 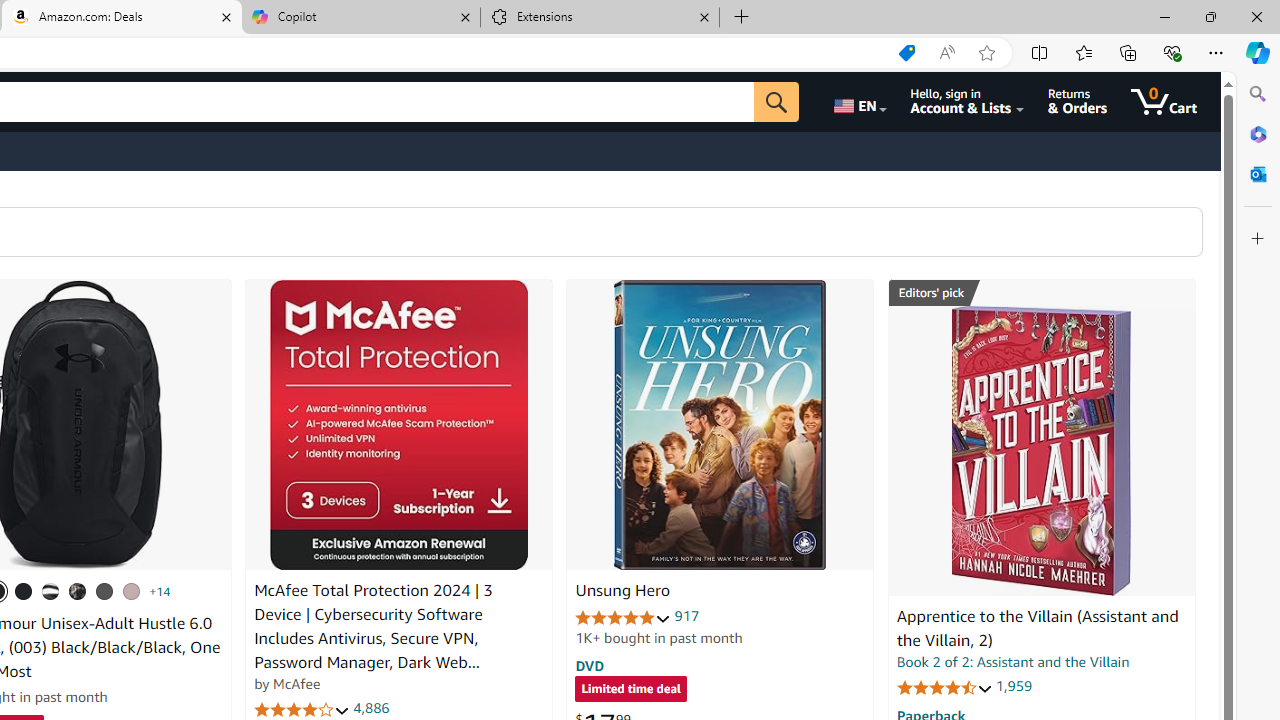 I want to click on 'Returns & Orders', so click(x=1076, y=101).